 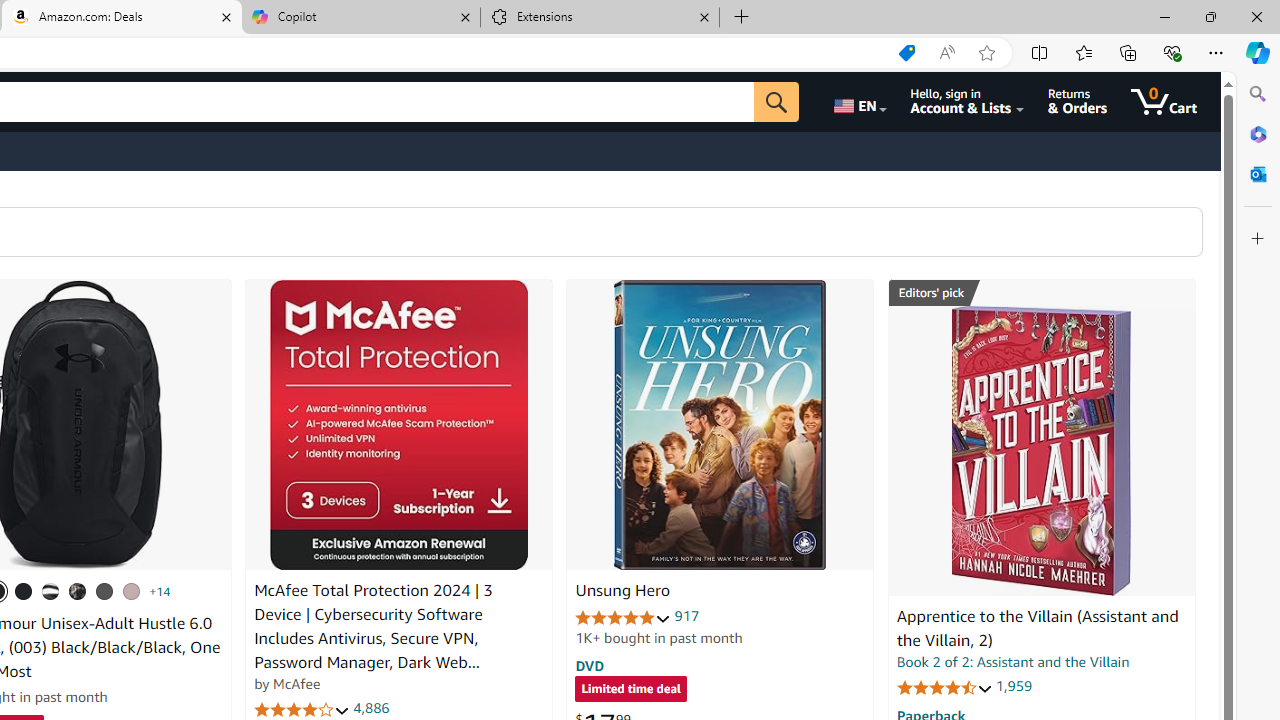 I want to click on 'Returns & Orders', so click(x=1076, y=101).